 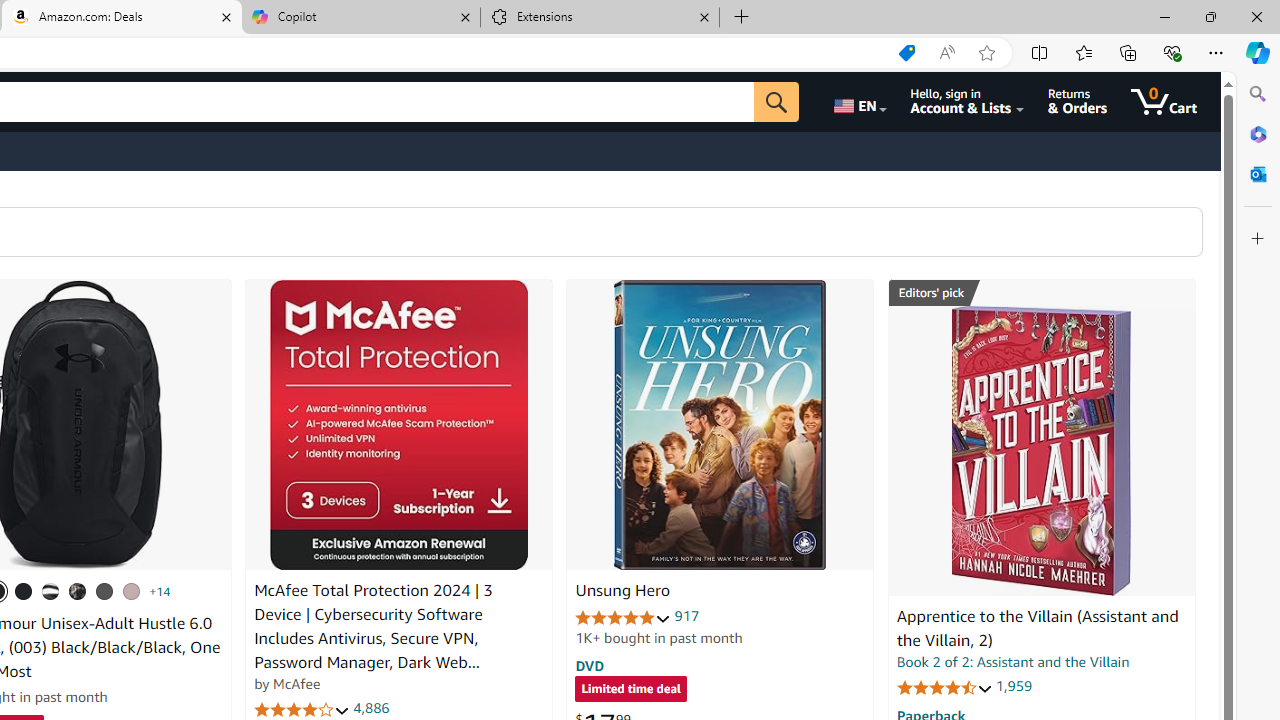 I want to click on 'Returns & Orders', so click(x=1076, y=101).